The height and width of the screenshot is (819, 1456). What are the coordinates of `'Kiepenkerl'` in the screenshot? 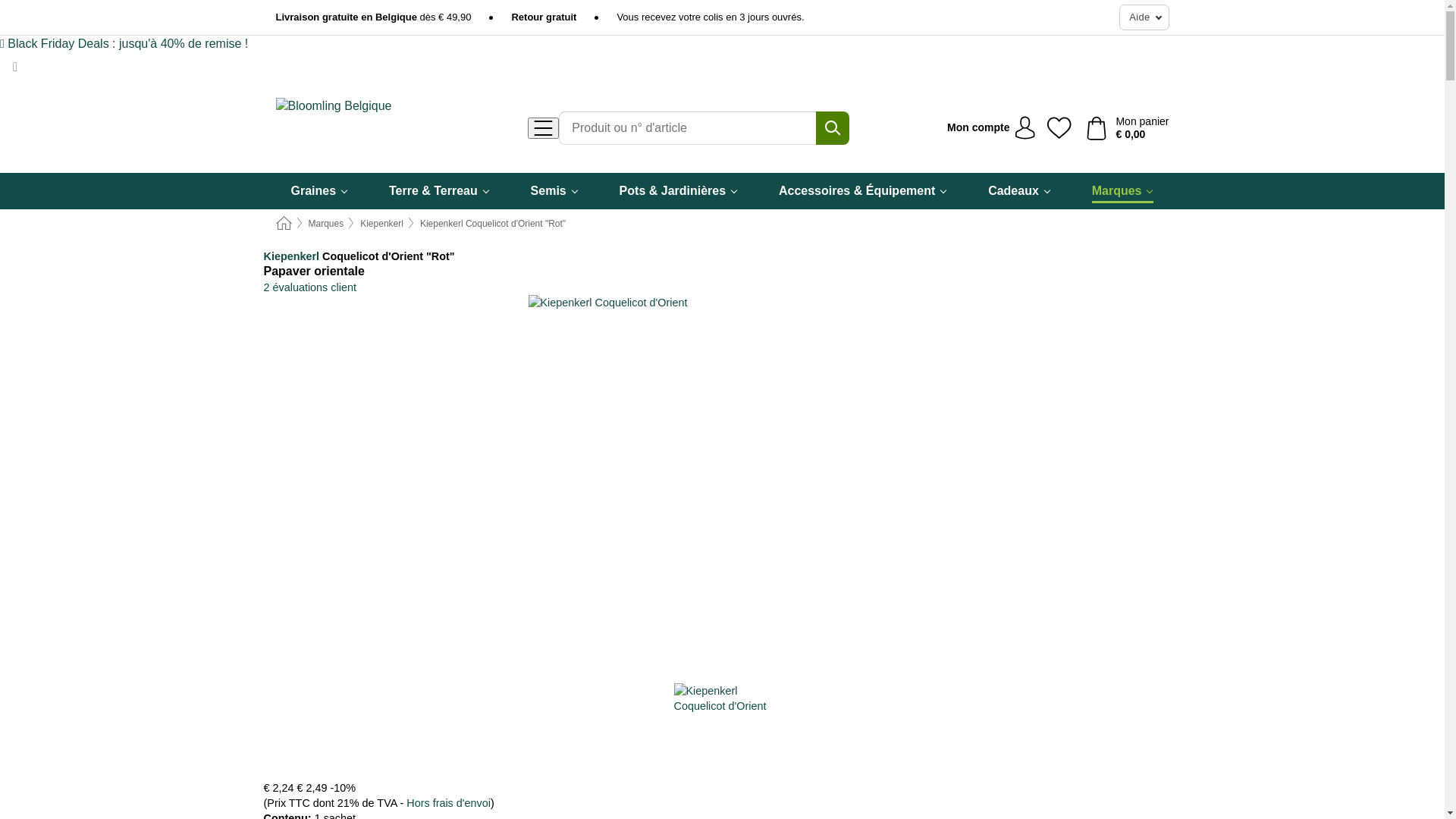 It's located at (381, 223).